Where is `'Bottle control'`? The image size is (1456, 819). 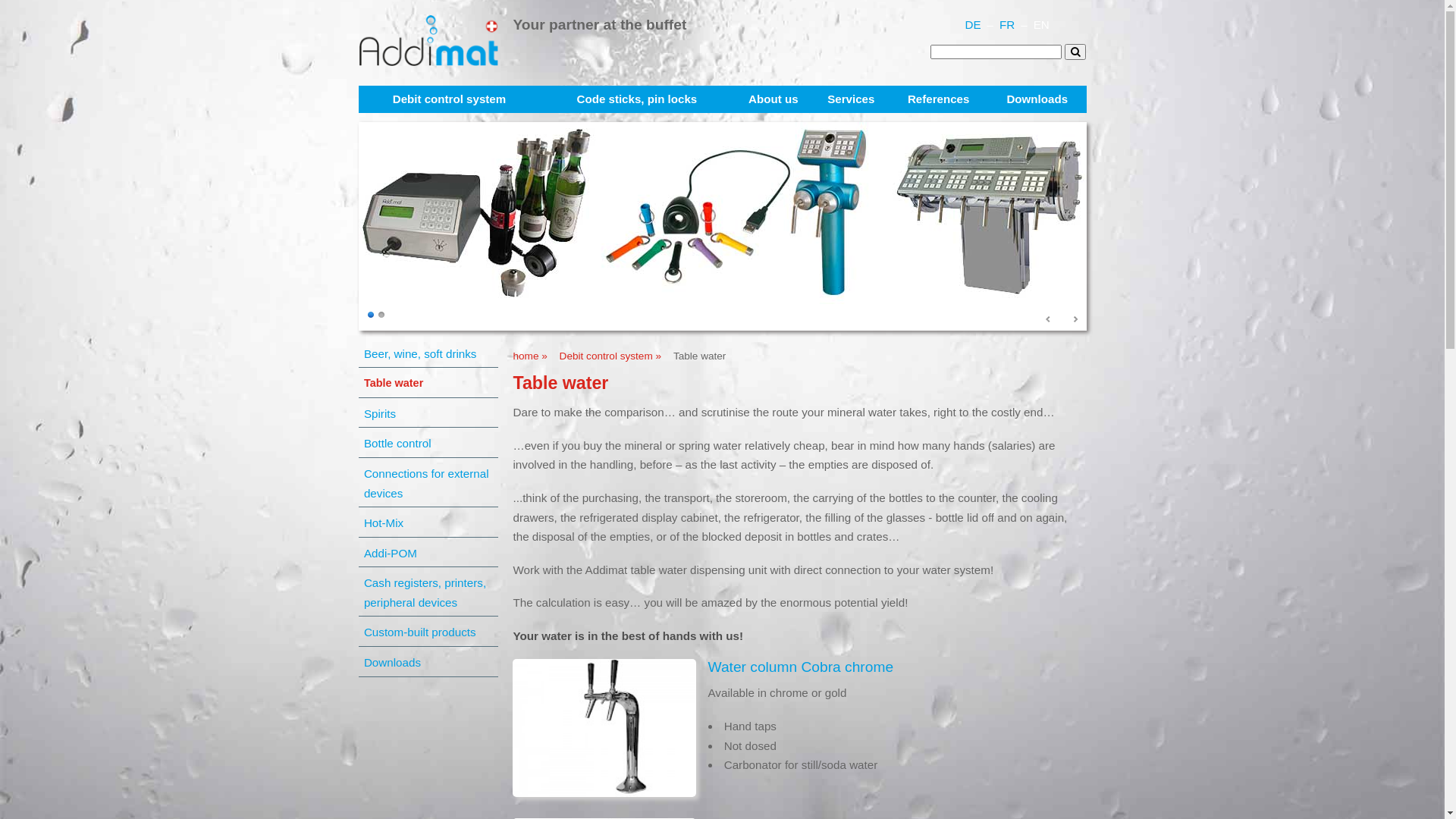 'Bottle control' is located at coordinates (430, 442).